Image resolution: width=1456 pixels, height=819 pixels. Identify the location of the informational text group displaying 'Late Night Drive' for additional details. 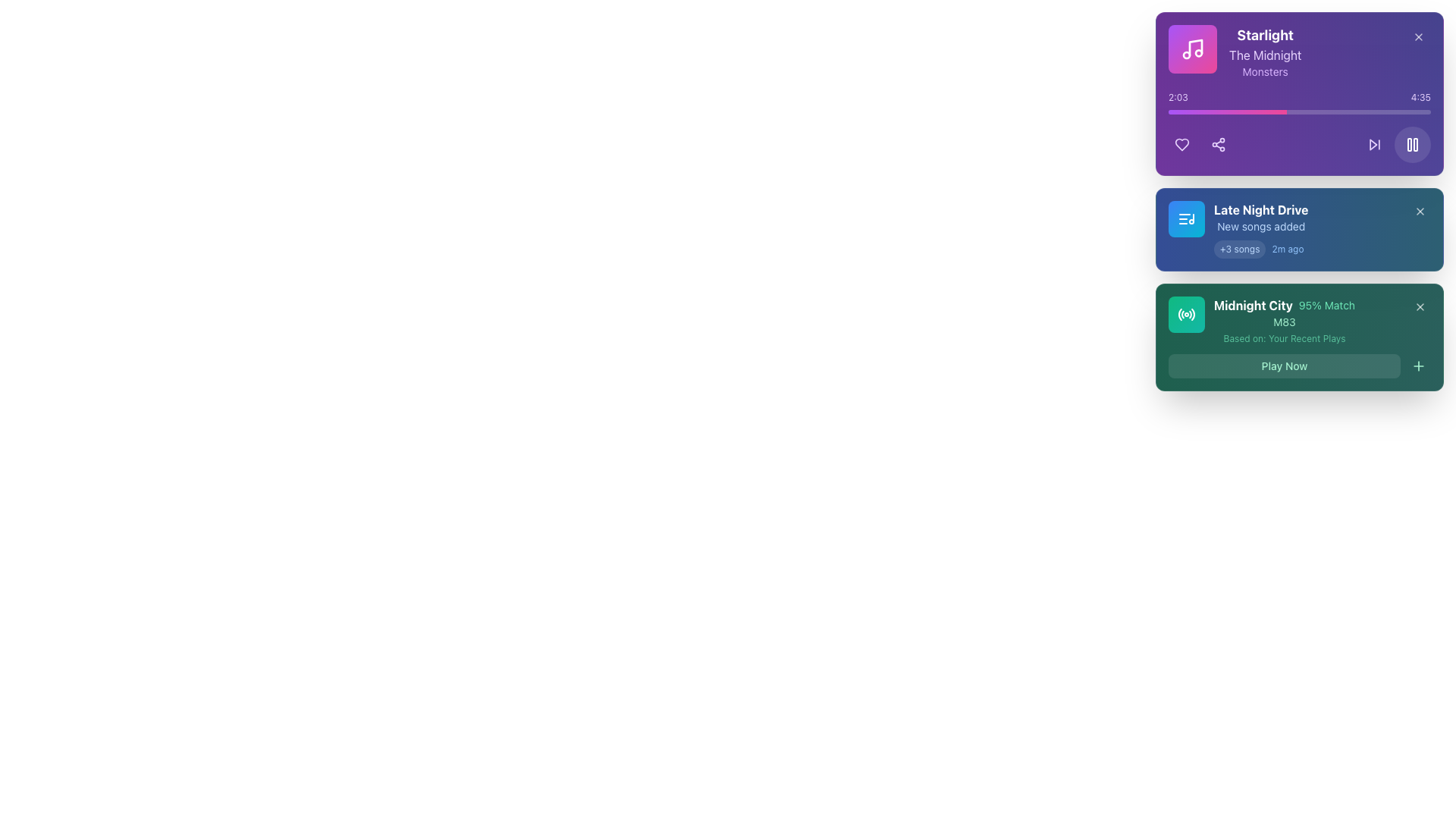
(1261, 230).